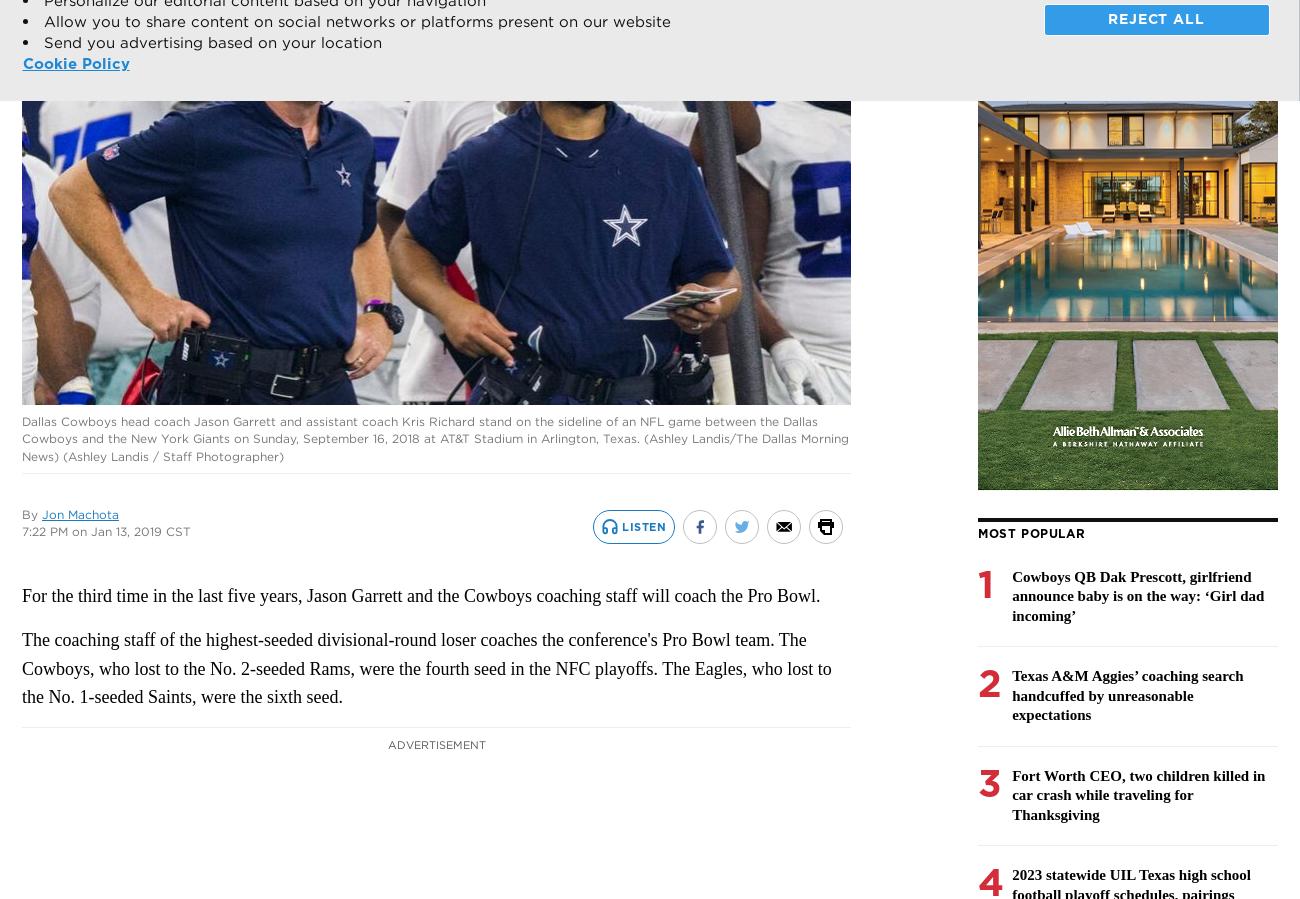  Describe the element at coordinates (1031, 532) in the screenshot. I see `'Most Popular'` at that location.